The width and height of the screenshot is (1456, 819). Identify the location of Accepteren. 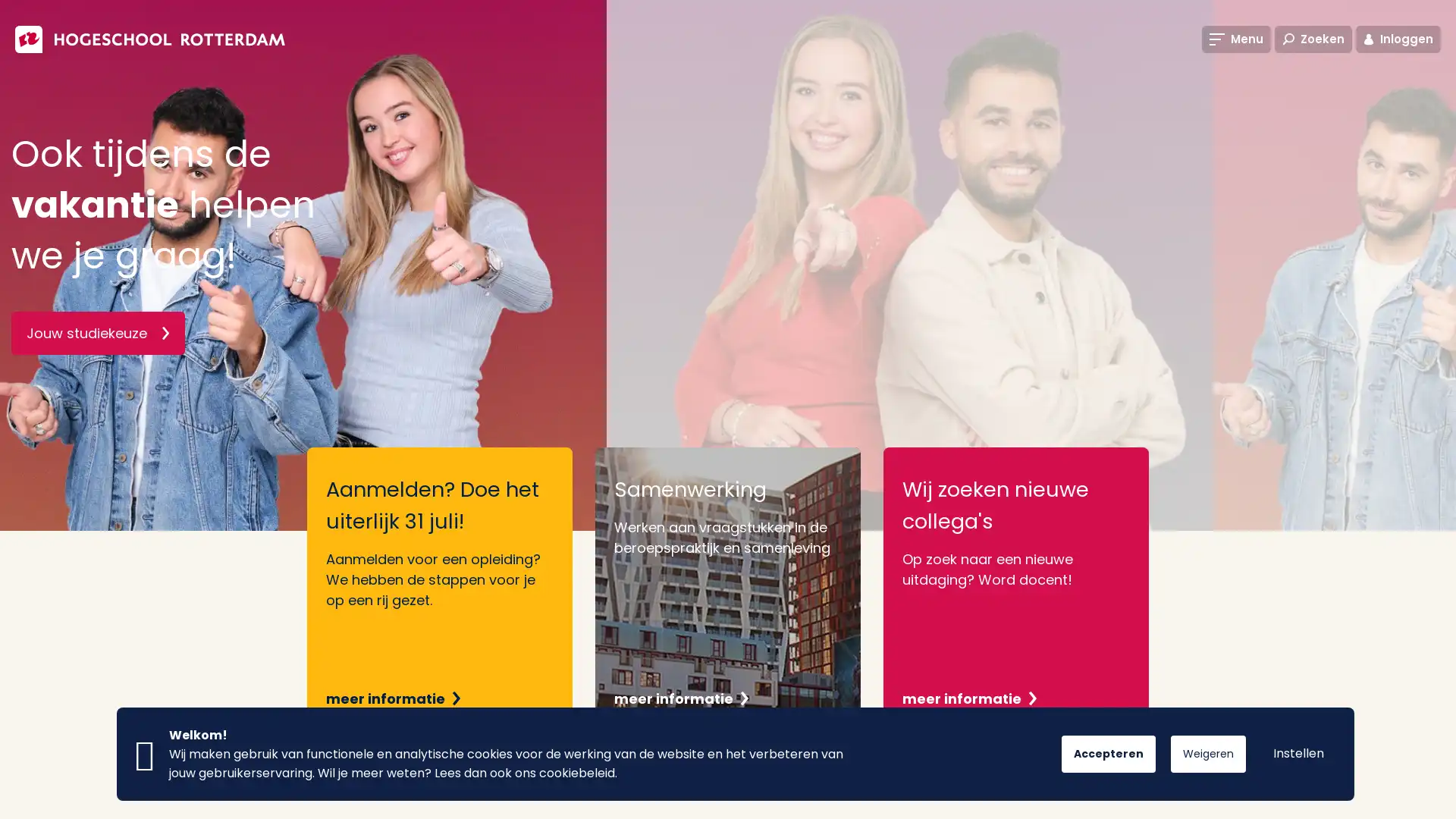
(1107, 754).